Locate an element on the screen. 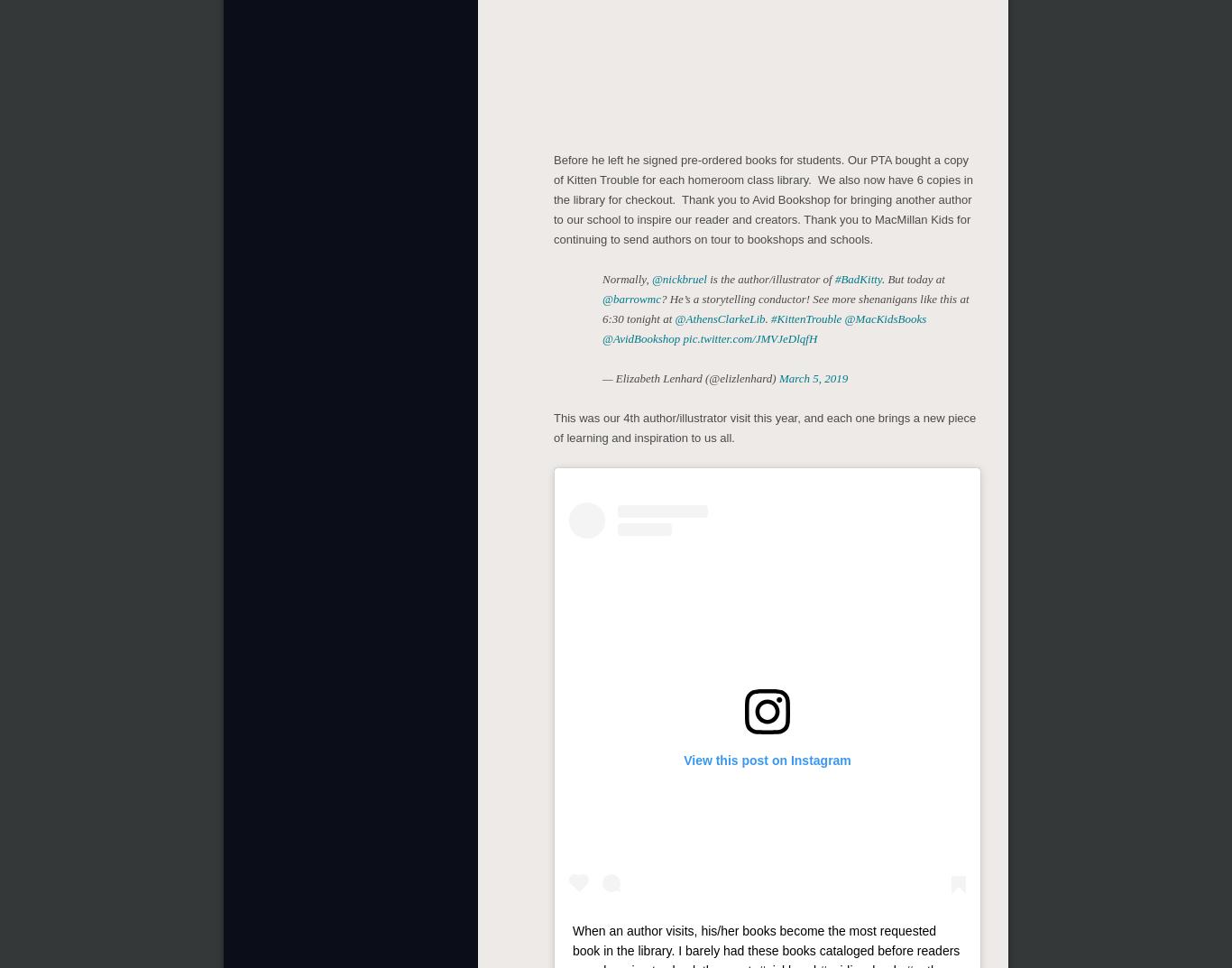 The image size is (1232, 968). '. But today at ⁦' is located at coordinates (912, 279).